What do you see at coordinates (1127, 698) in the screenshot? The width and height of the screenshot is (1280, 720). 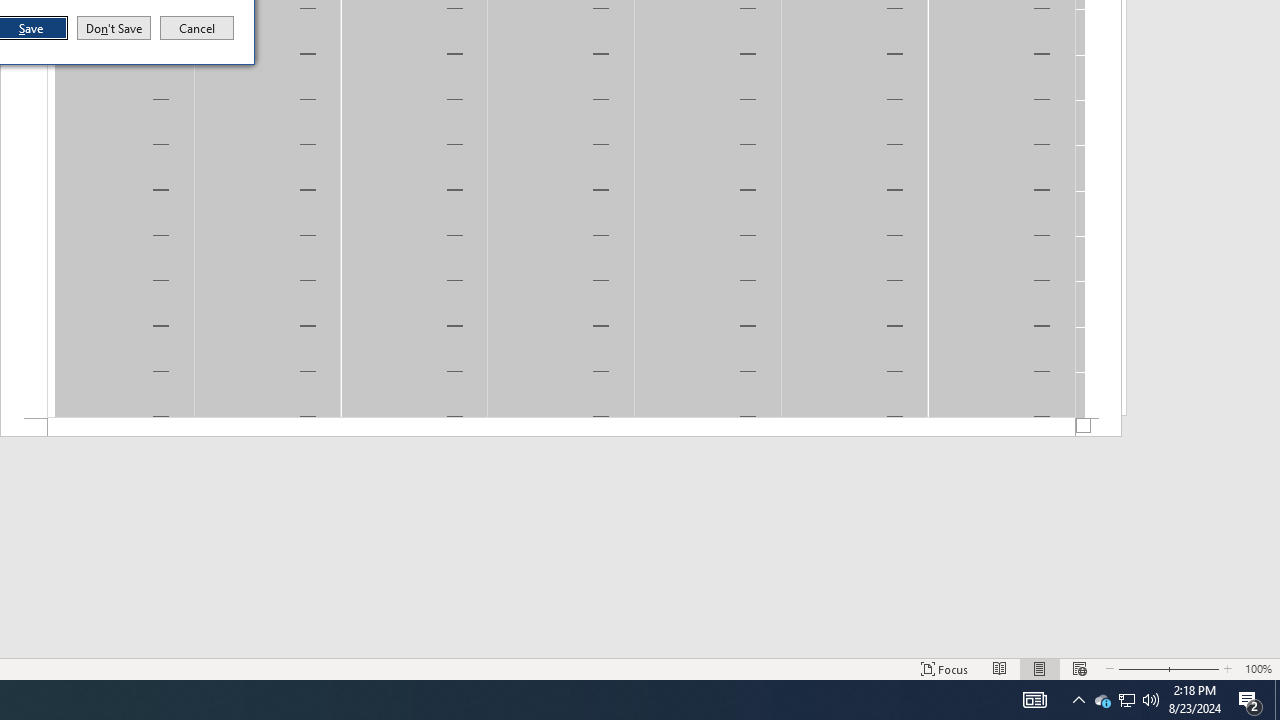 I see `'User Promoted Notification Area'` at bounding box center [1127, 698].